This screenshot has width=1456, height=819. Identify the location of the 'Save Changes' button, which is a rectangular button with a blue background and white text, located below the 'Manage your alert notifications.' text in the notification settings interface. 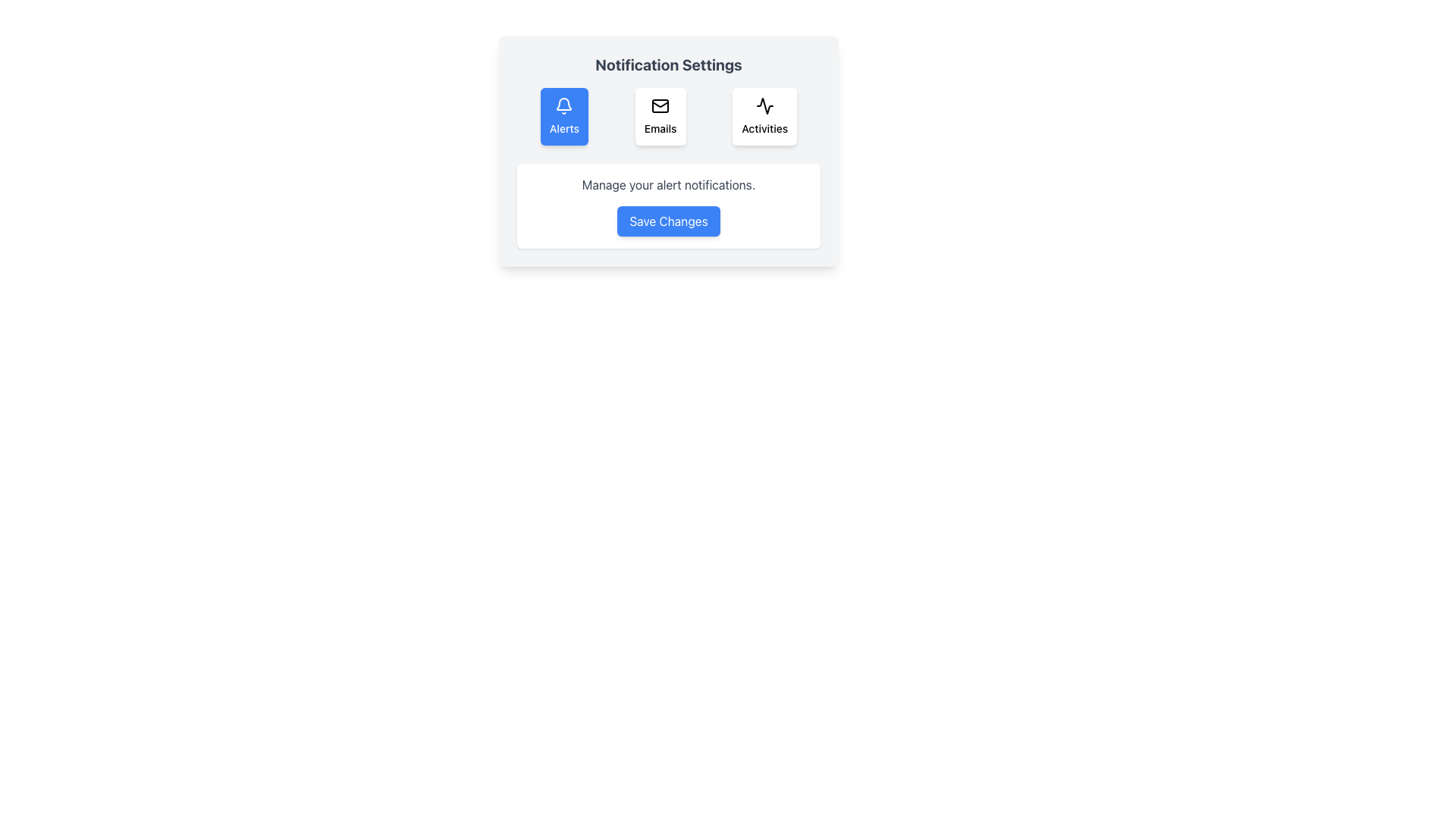
(668, 221).